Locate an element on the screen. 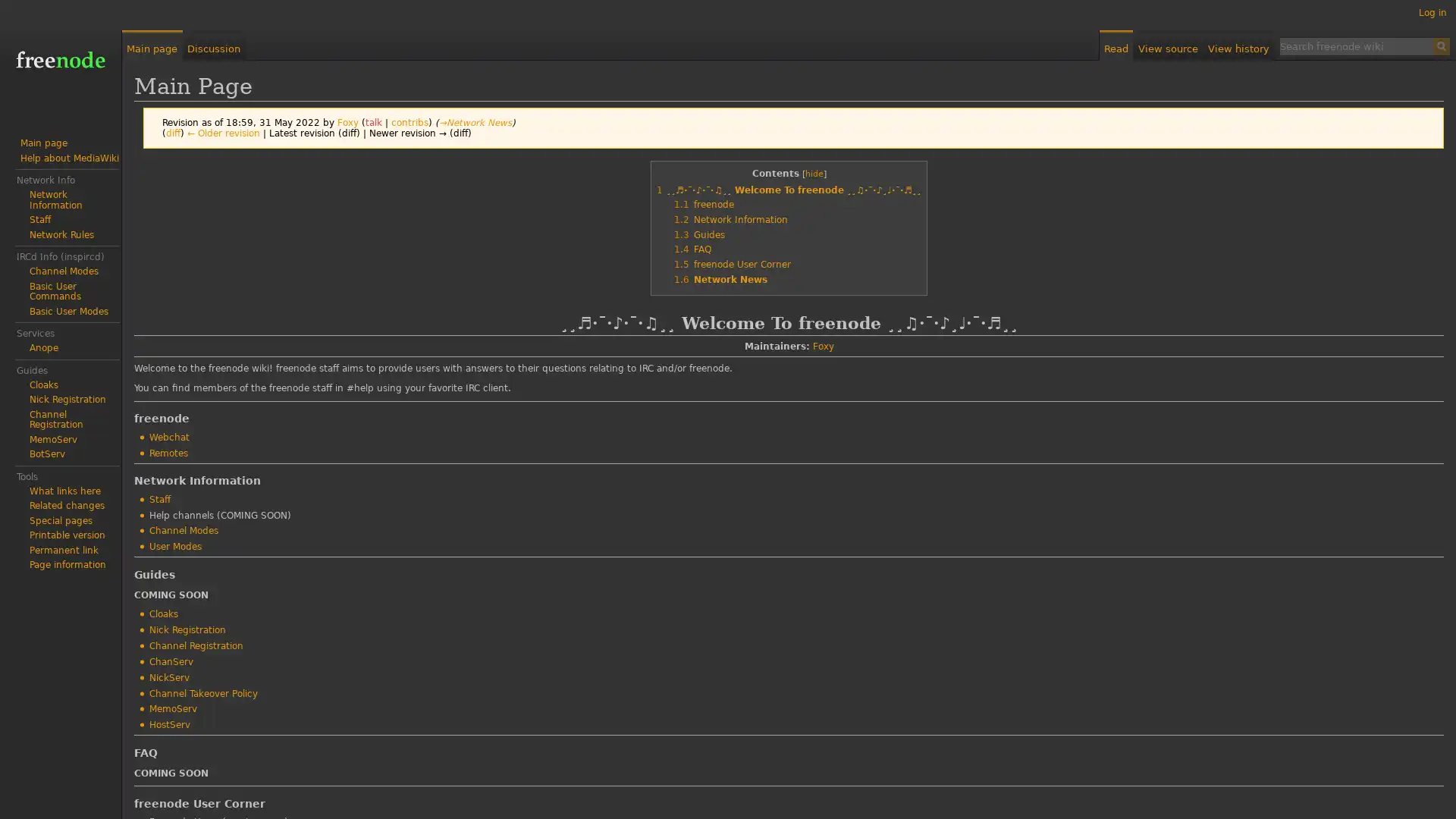 The image size is (1456, 819). Go is located at coordinates (1440, 45).